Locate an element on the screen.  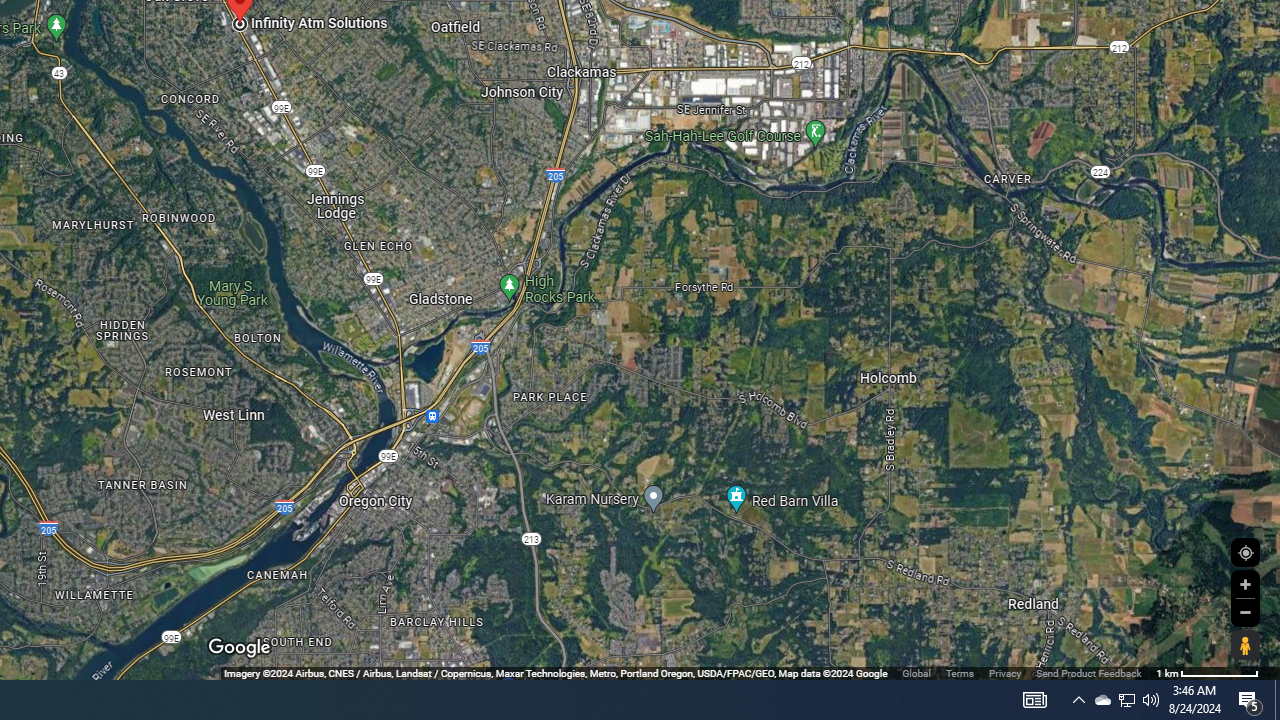
'Show Street View coverage' is located at coordinates (1244, 645).